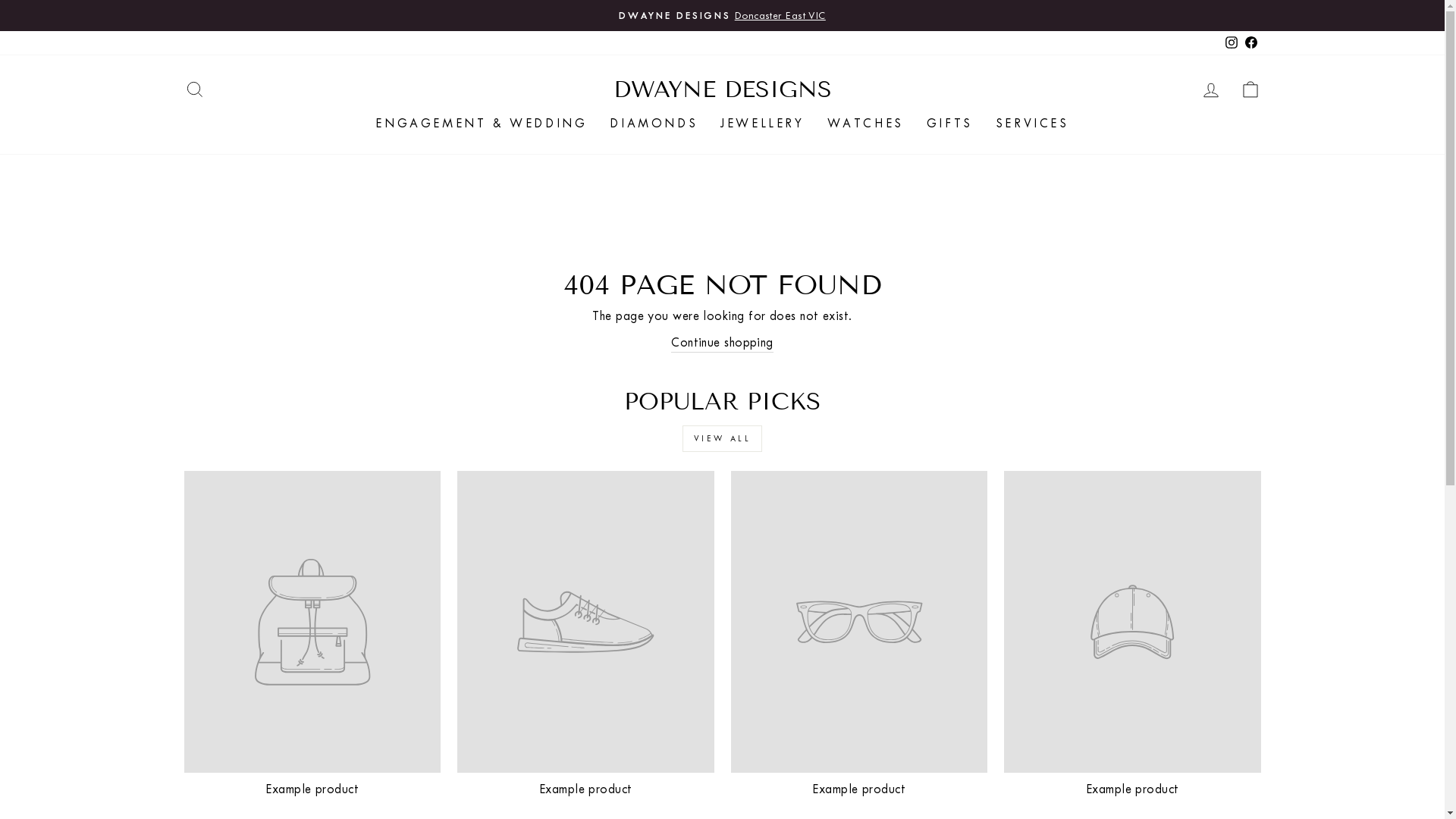 This screenshot has width=1456, height=819. What do you see at coordinates (722, 438) in the screenshot?
I see `'VIEW ALL'` at bounding box center [722, 438].